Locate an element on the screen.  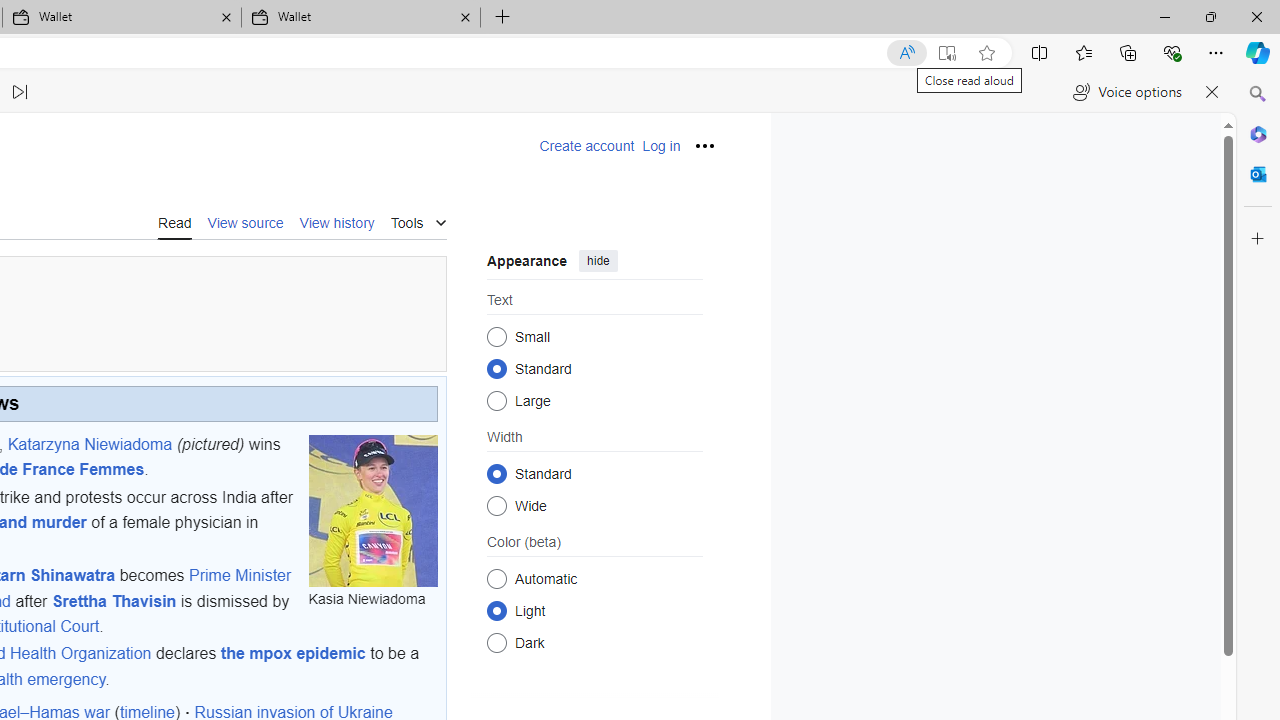
'Read next paragraph' is located at coordinates (19, 92).